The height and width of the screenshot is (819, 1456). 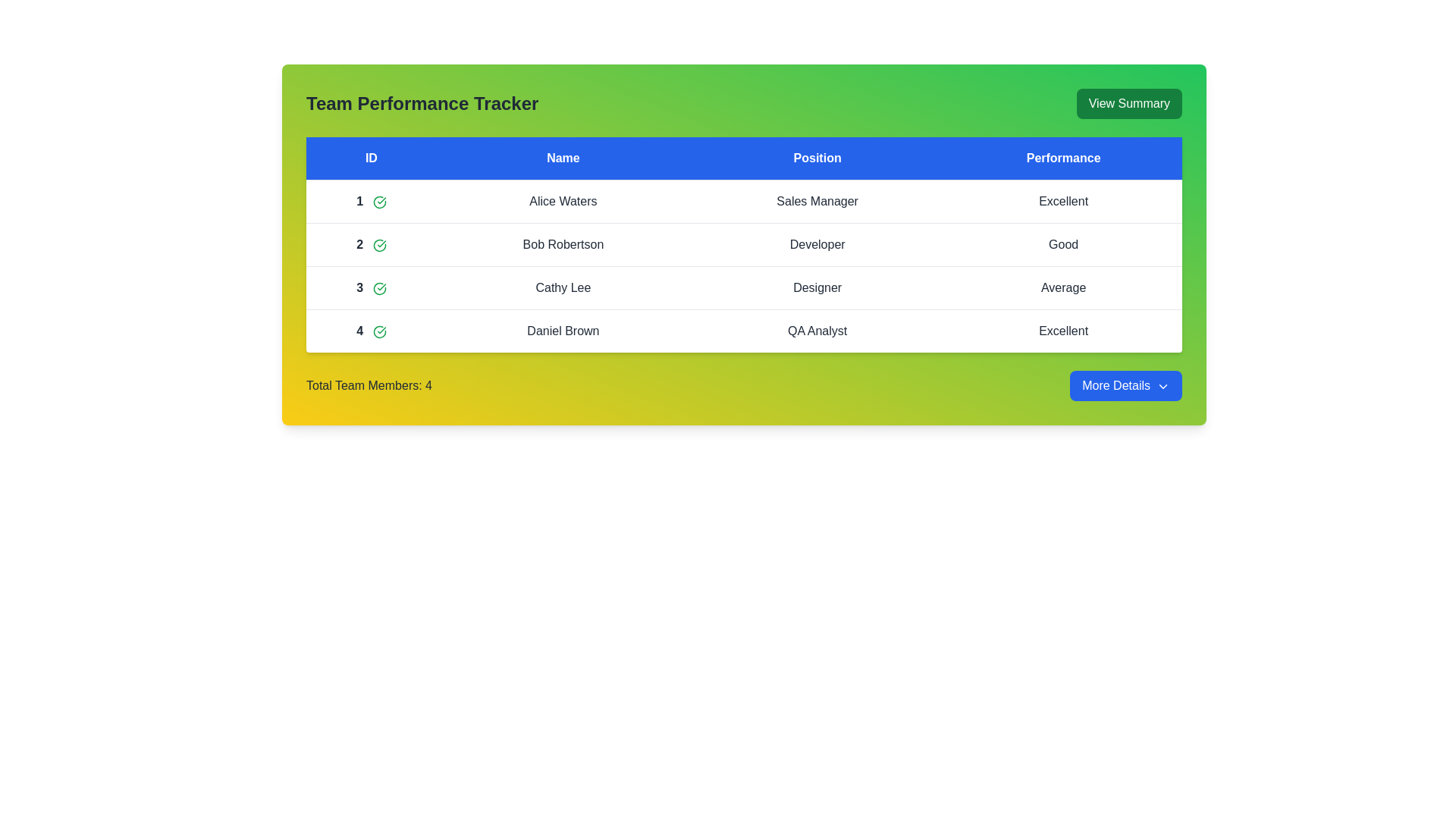 What do you see at coordinates (1129, 103) in the screenshot?
I see `'View Summary' button to view the summary` at bounding box center [1129, 103].